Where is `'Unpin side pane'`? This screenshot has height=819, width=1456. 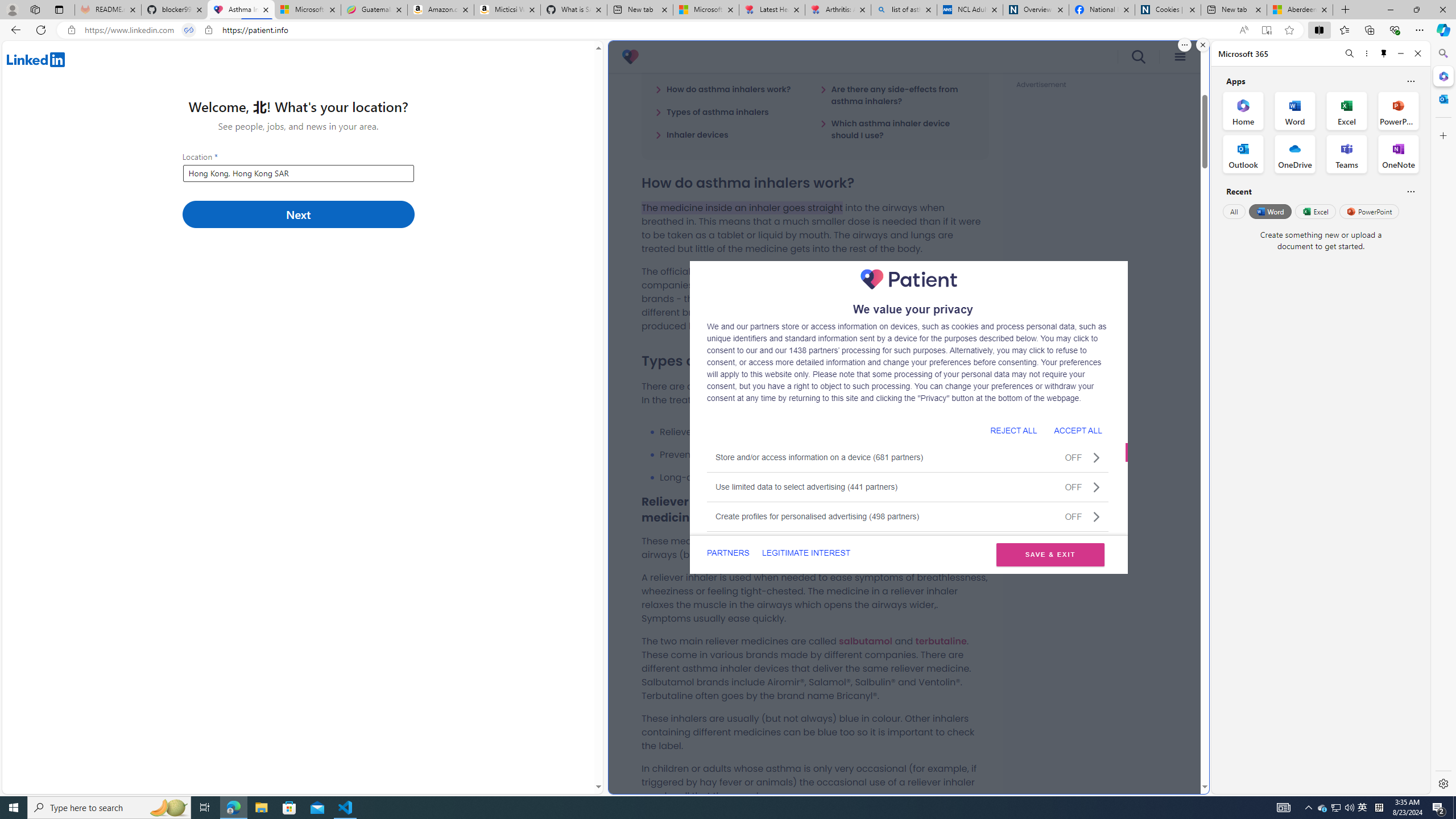 'Unpin side pane' is located at coordinates (1384, 53).